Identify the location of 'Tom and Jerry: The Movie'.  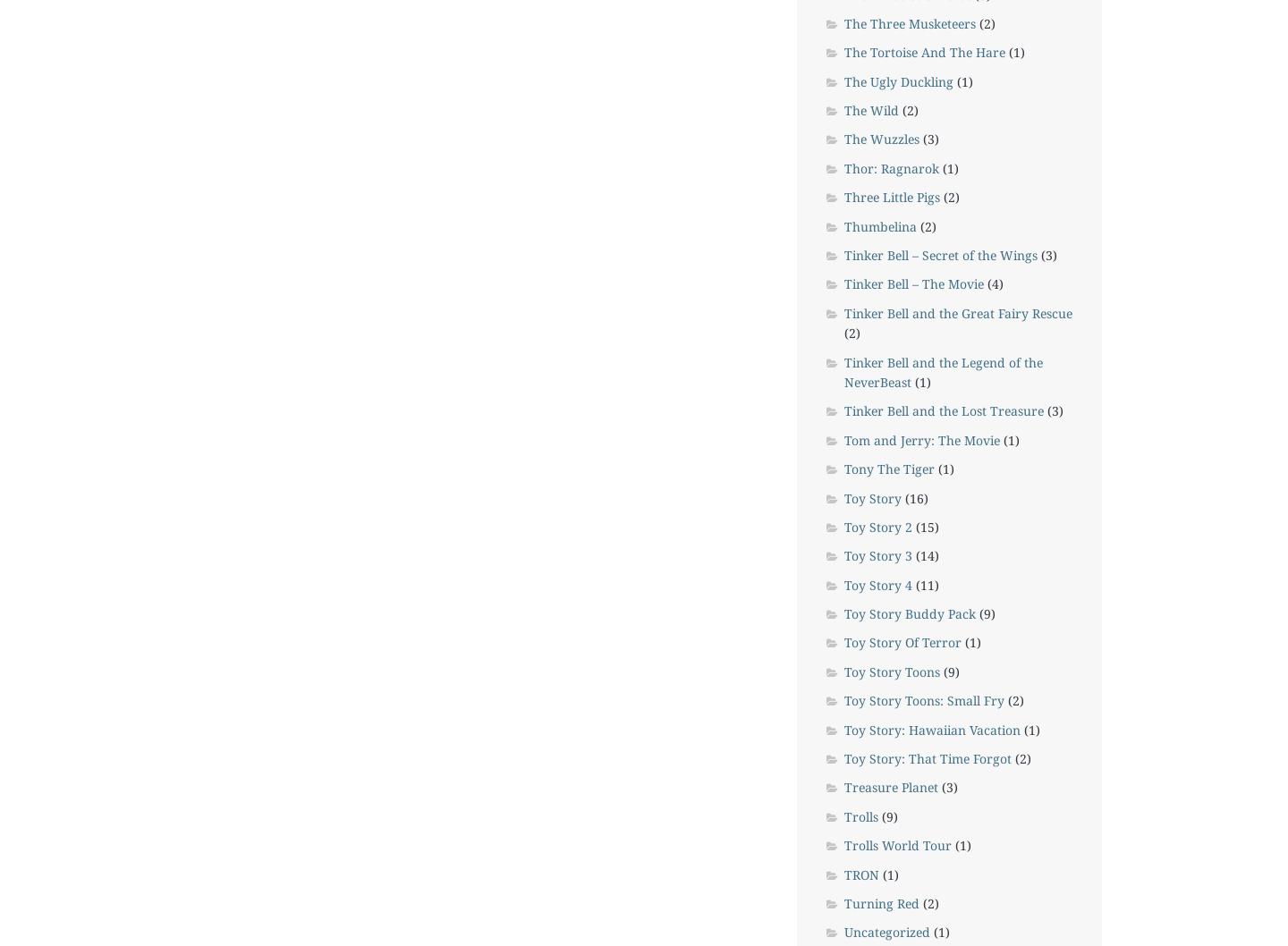
(921, 438).